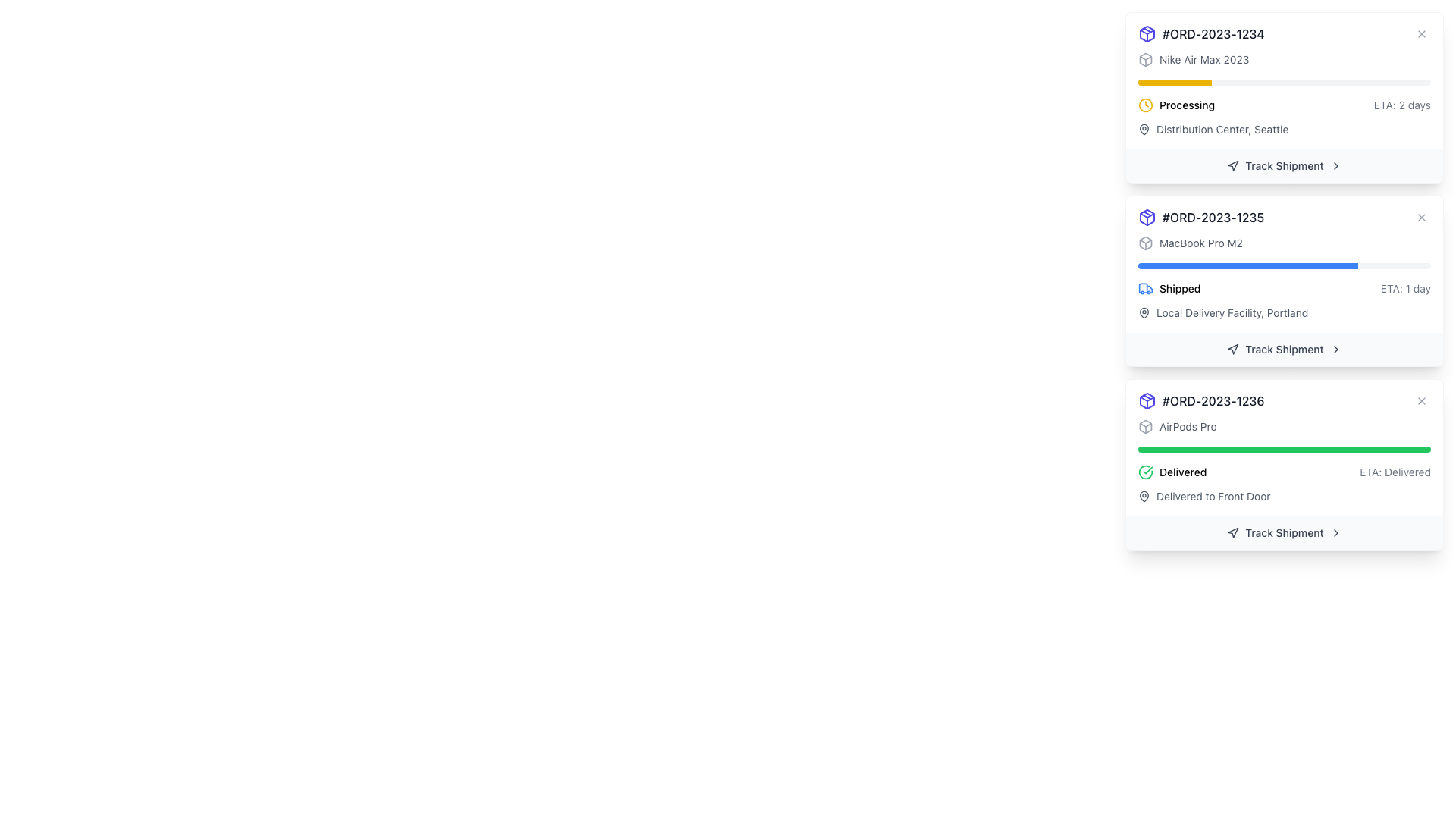  I want to click on the triangular arrowhead element within the SVG graphic located in the top-right corner of the order card, so click(1233, 165).